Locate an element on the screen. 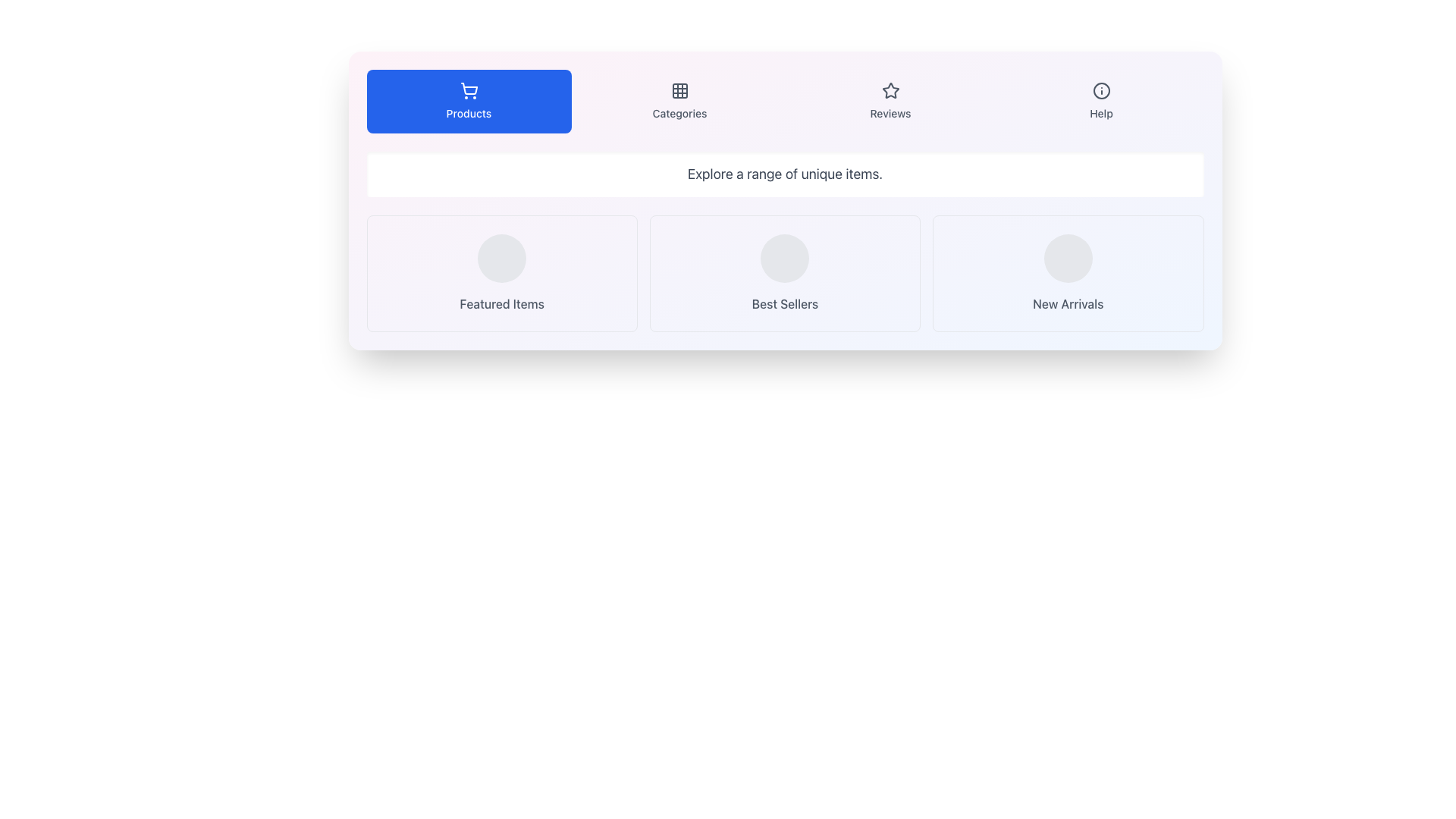  the main descriptive text label positioned below the navigation bar and above the featured items section is located at coordinates (785, 174).